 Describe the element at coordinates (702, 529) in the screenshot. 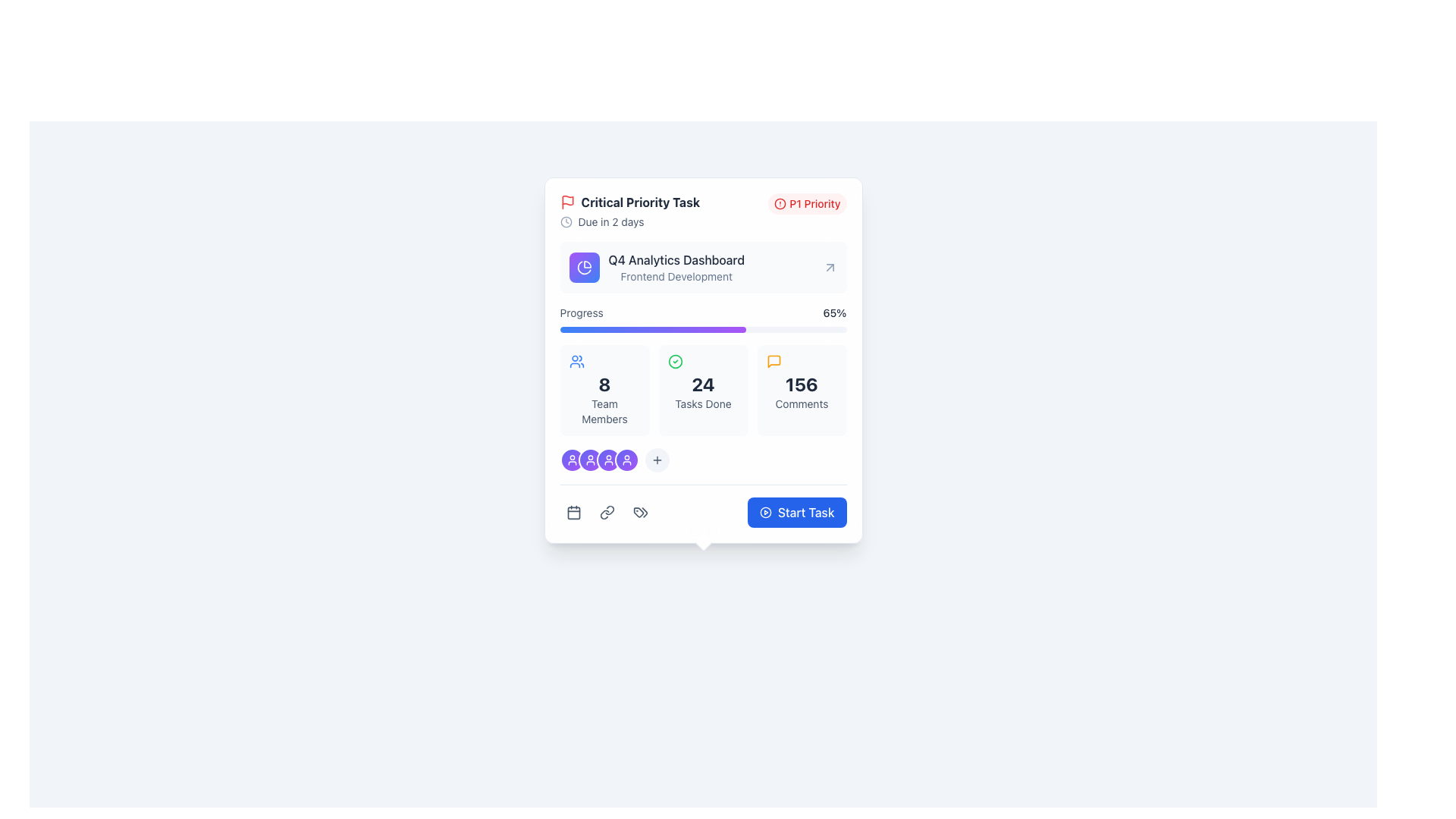

I see `the Decorative Dot located at the bottom center of the card, which serves as a decorative or alignment indicator` at that location.